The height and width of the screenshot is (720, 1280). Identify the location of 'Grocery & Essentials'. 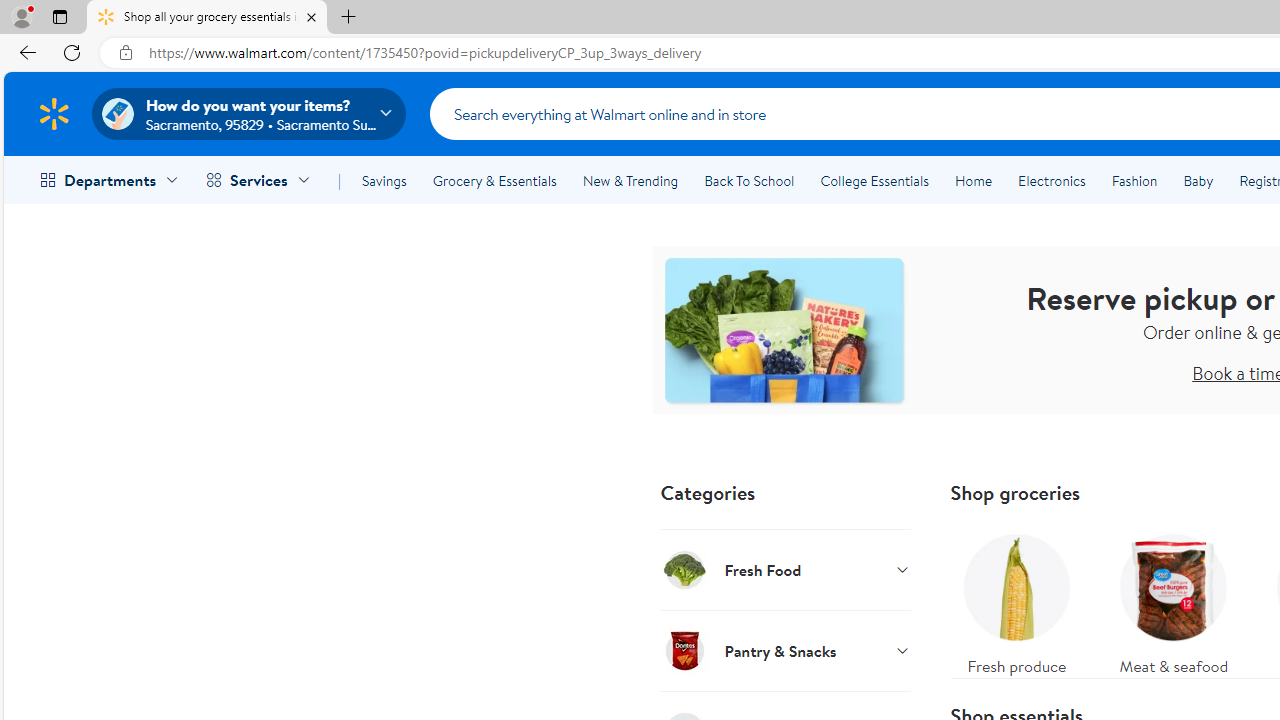
(494, 181).